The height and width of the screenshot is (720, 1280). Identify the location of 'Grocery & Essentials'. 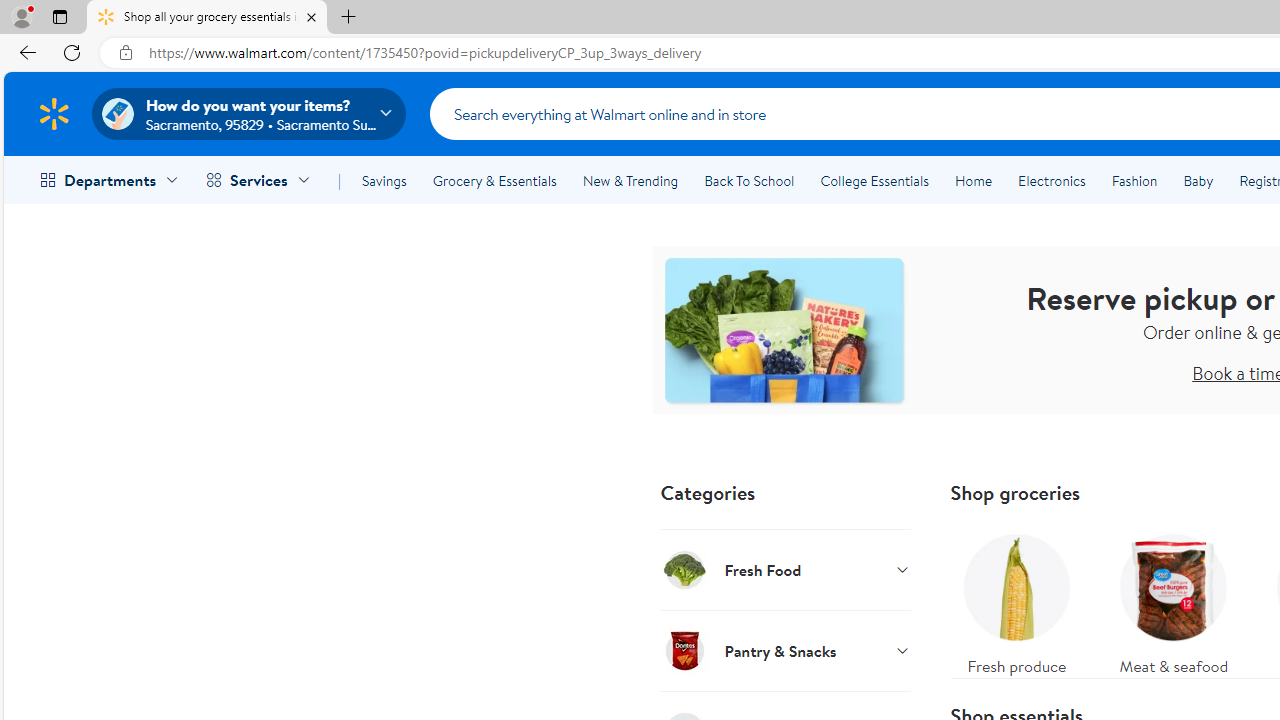
(494, 181).